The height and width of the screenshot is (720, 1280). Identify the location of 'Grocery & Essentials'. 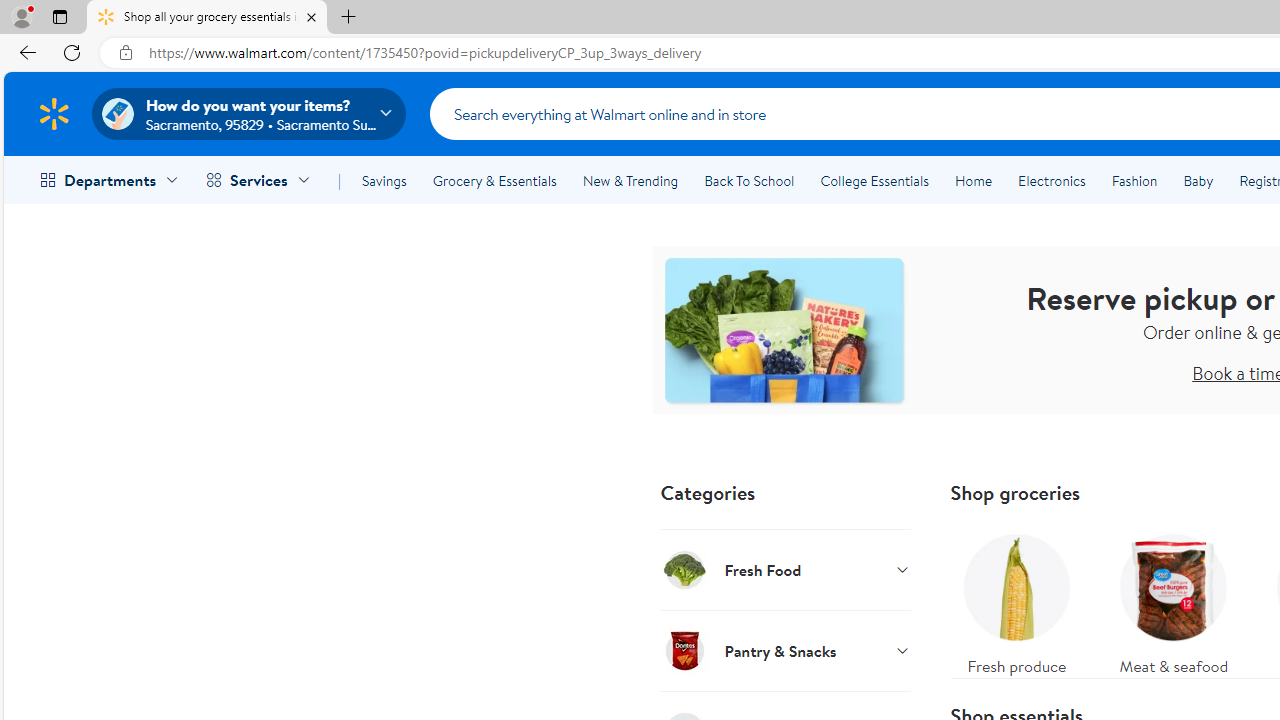
(494, 181).